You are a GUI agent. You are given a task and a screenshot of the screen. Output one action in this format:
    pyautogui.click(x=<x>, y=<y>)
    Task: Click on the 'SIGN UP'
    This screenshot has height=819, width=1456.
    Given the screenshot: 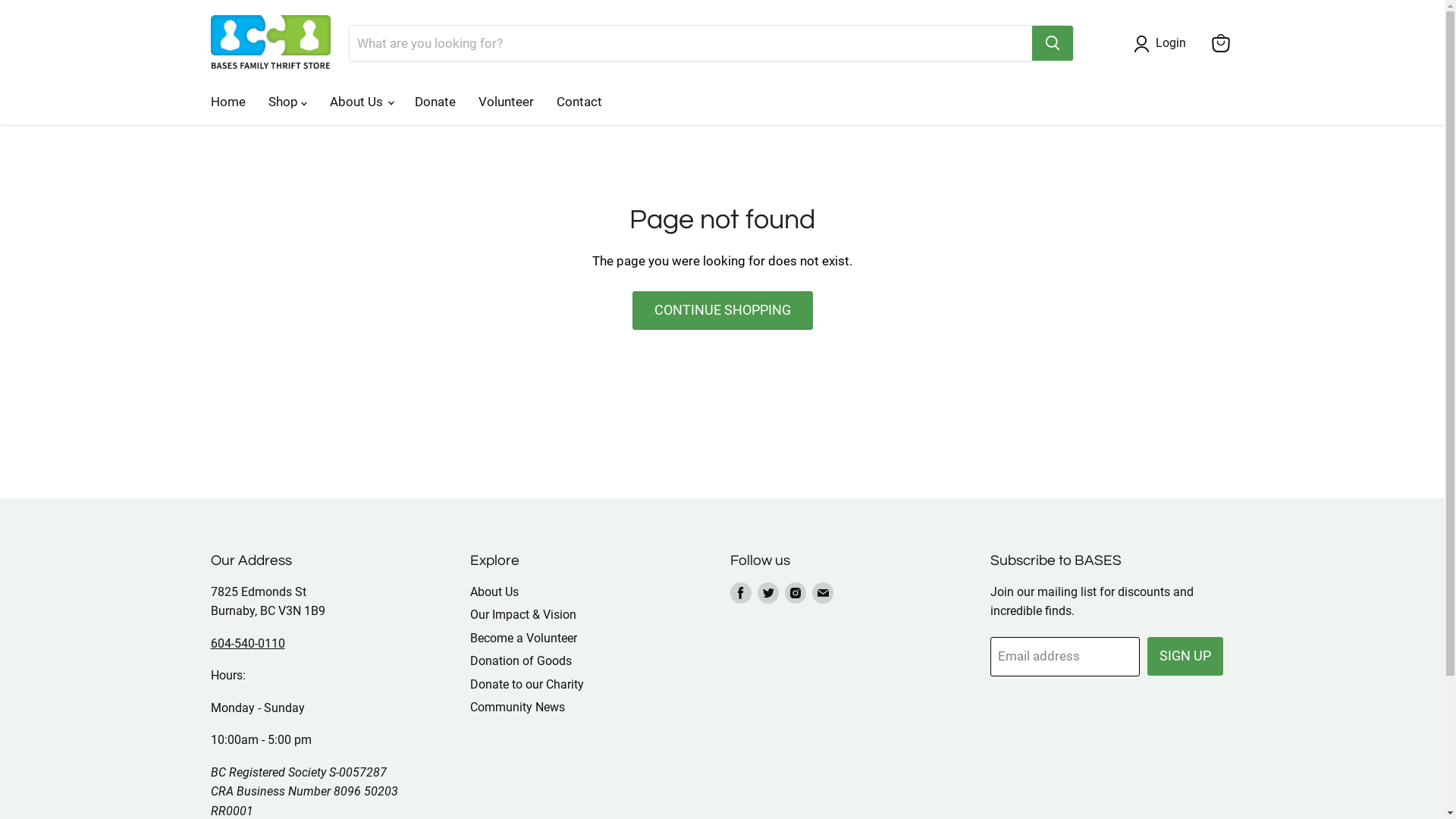 What is the action you would take?
    pyautogui.click(x=1185, y=655)
    